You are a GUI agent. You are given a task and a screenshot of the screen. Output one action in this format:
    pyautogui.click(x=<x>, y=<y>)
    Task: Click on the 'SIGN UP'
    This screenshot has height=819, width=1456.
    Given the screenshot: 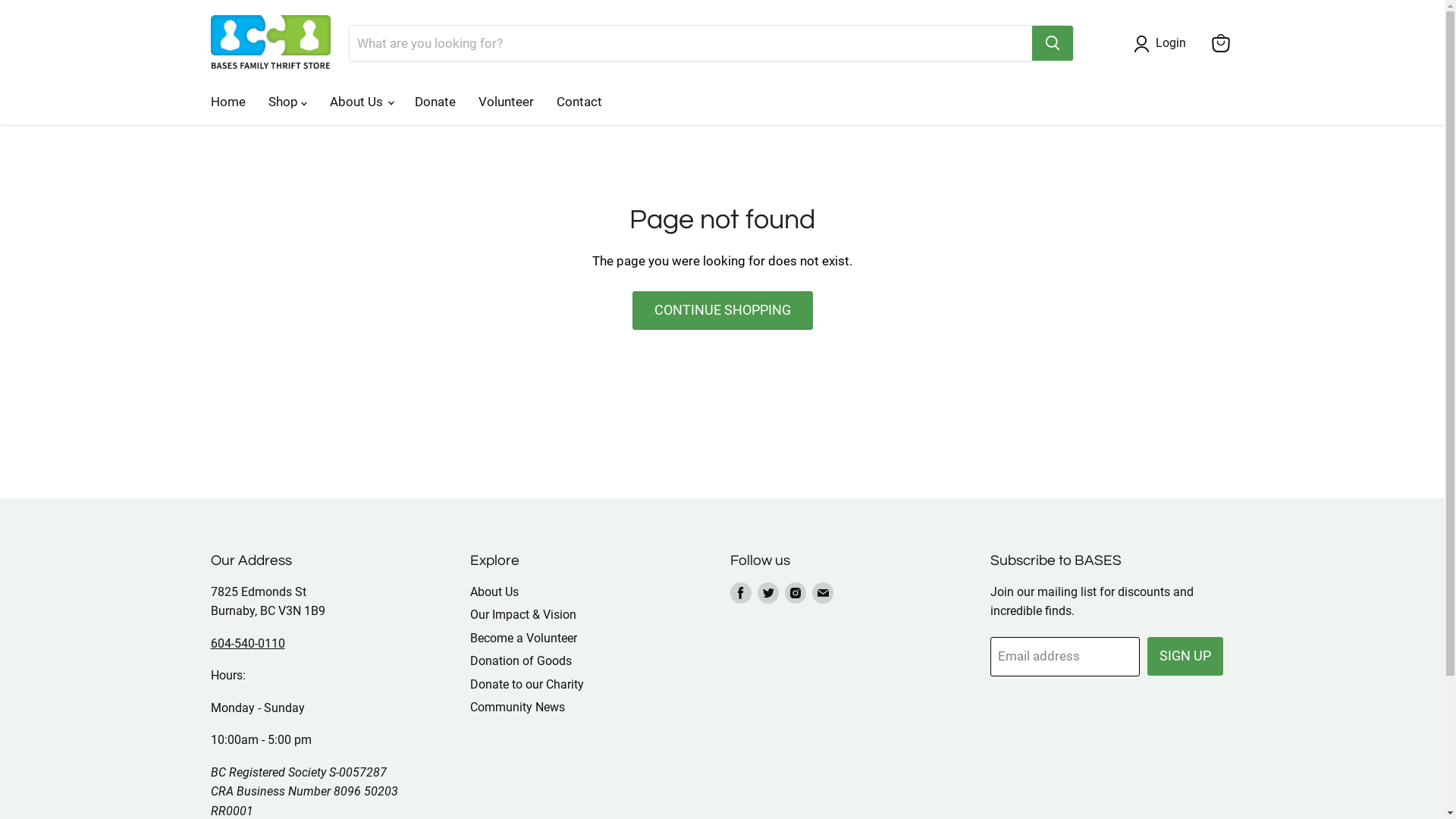 What is the action you would take?
    pyautogui.click(x=1185, y=655)
    